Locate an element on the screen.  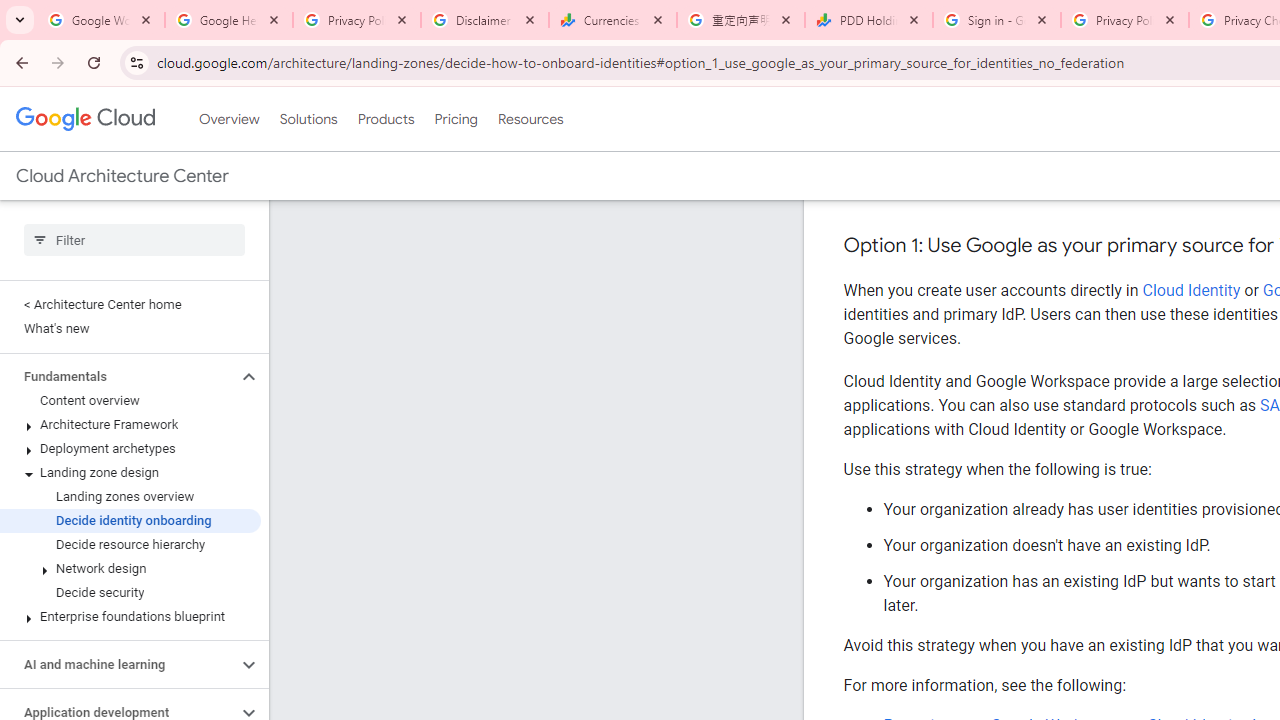
'Landing zones overview' is located at coordinates (129, 496).